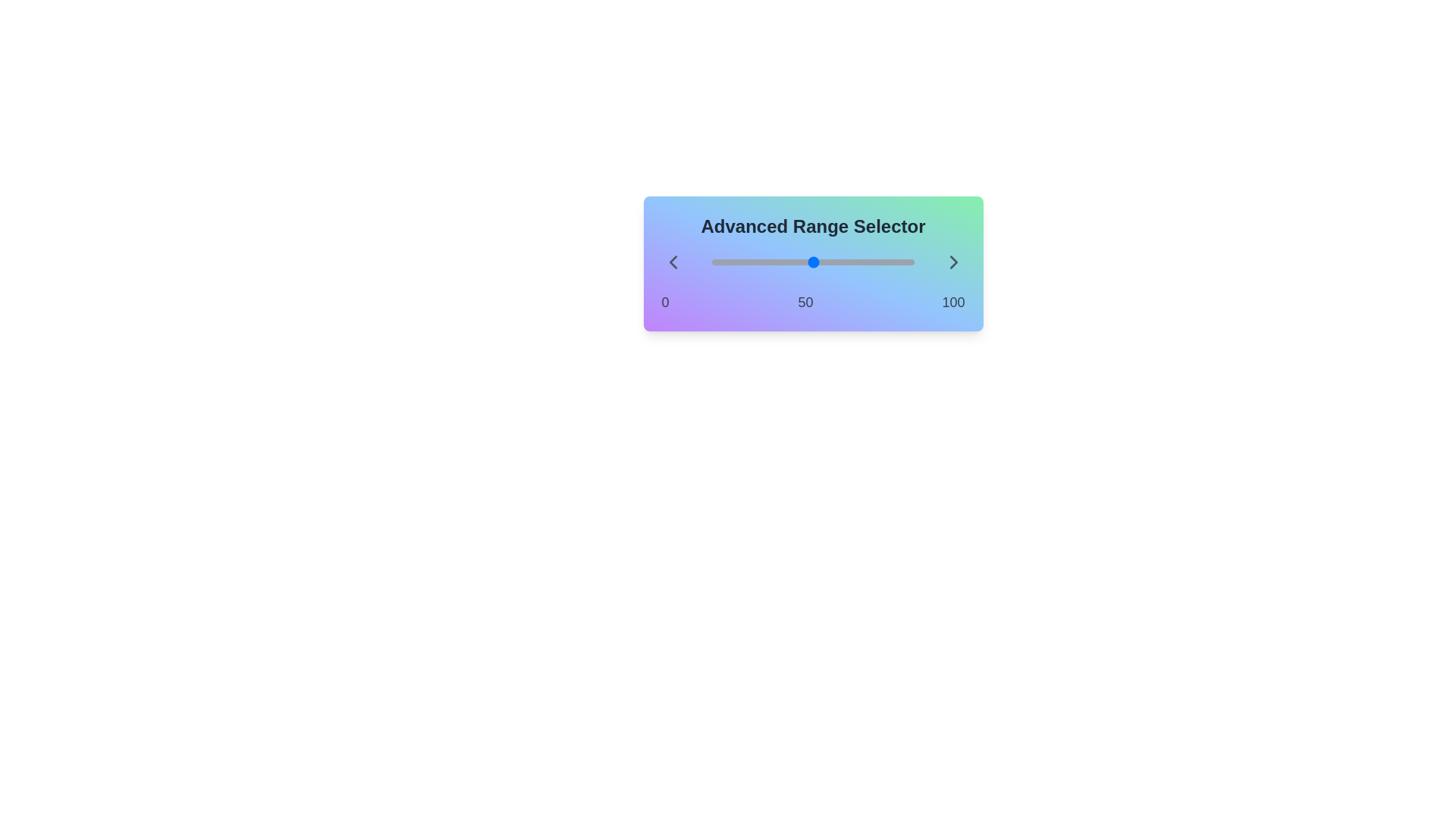 This screenshot has width=1456, height=819. What do you see at coordinates (711, 262) in the screenshot?
I see `the slider to set the range value to 56` at bounding box center [711, 262].